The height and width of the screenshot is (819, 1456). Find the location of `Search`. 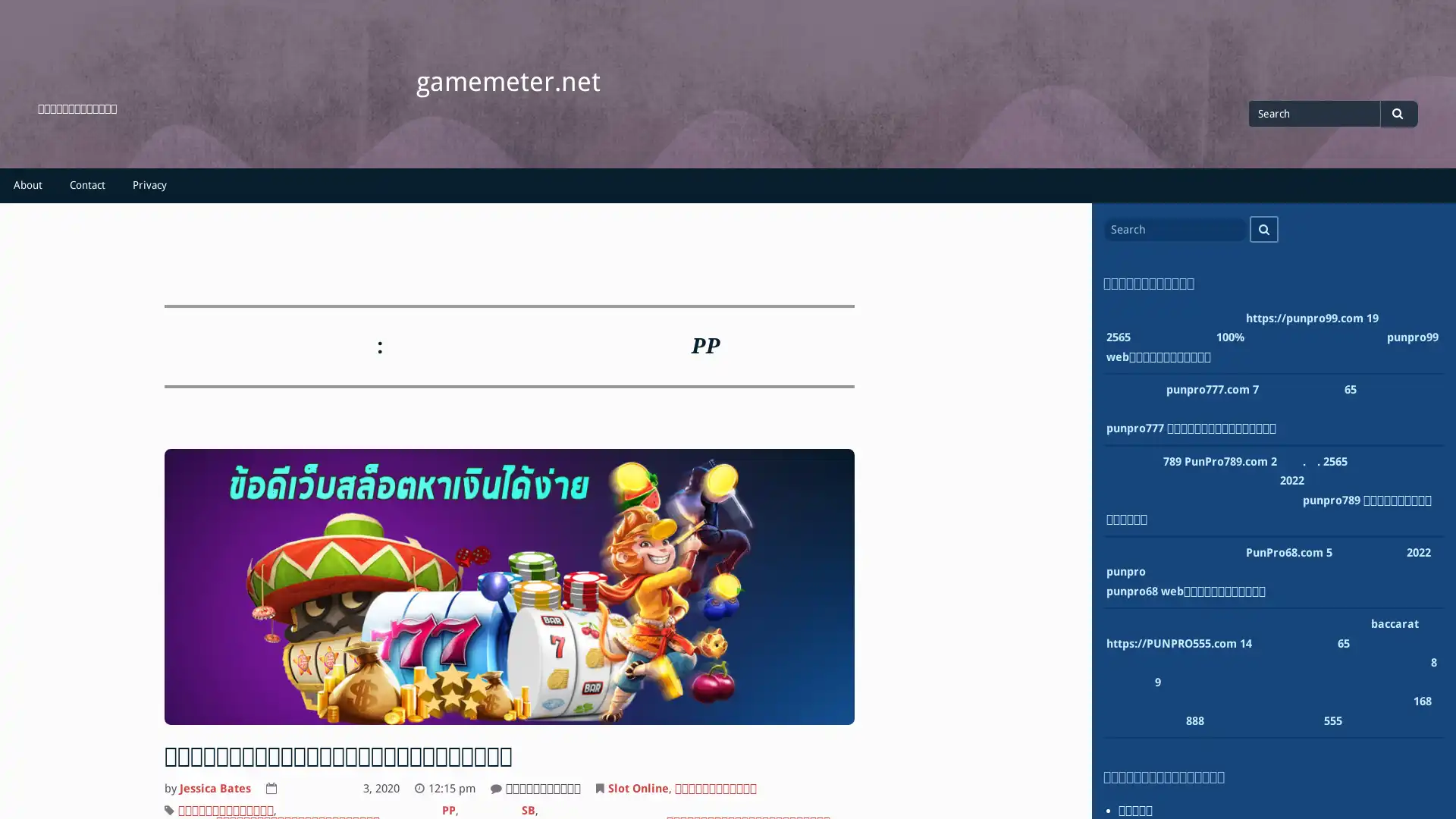

Search is located at coordinates (1263, 228).